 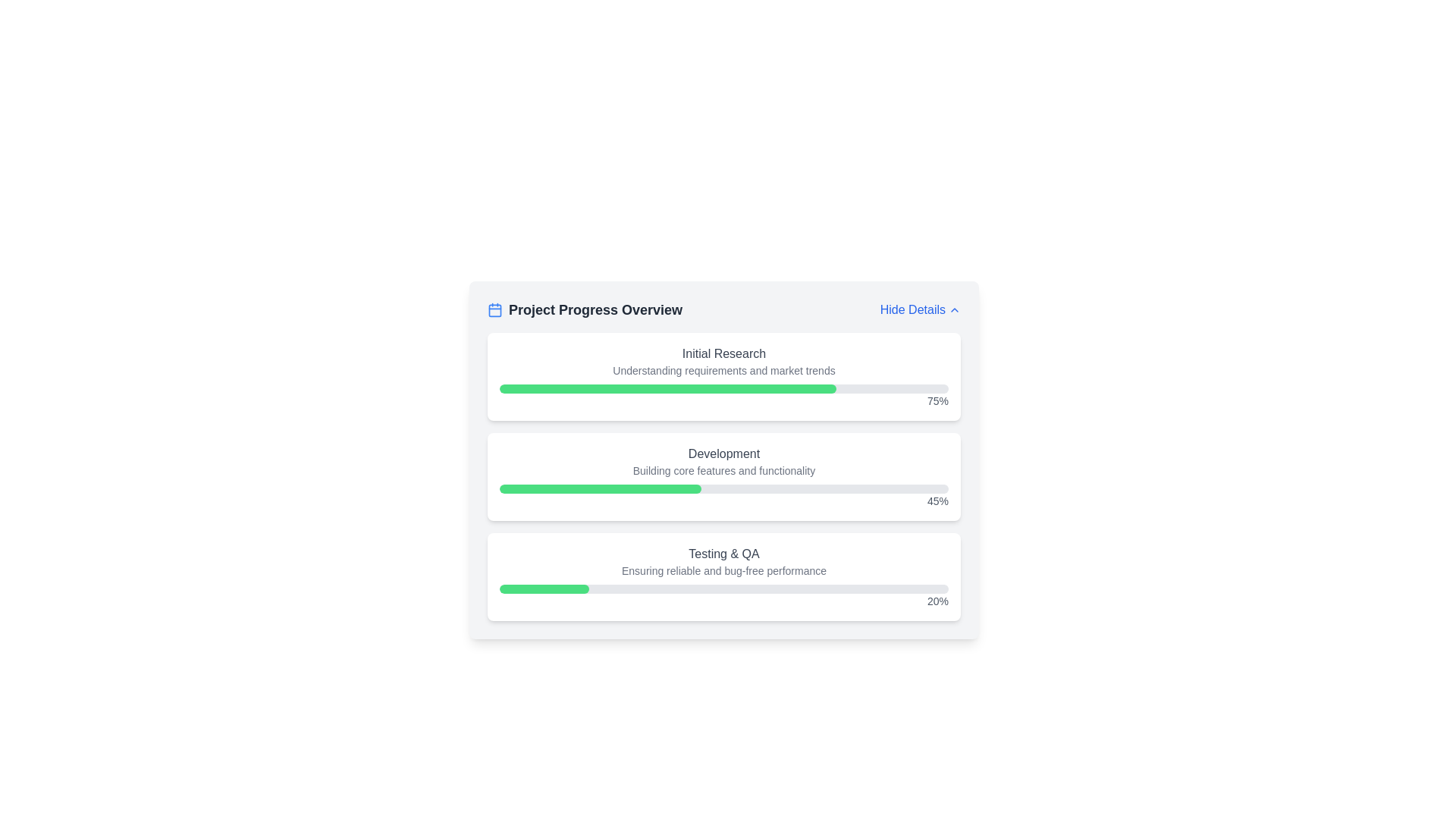 I want to click on the filled portion of the green progress bar located within the 'Initial Research' section of the 'Project Progress Overview' interface, so click(x=667, y=388).